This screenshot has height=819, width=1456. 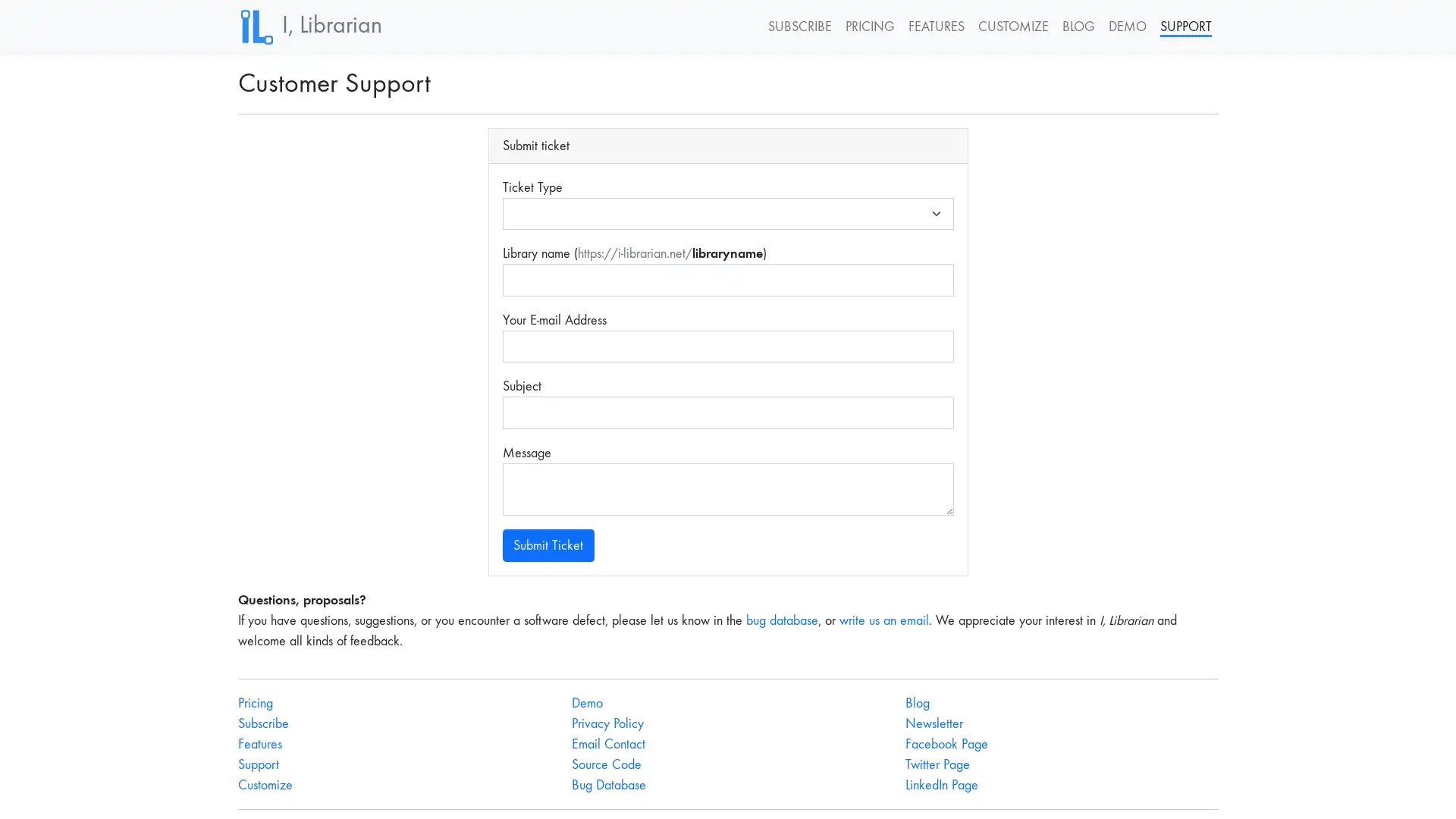 I want to click on Submit Ticket, so click(x=547, y=544).